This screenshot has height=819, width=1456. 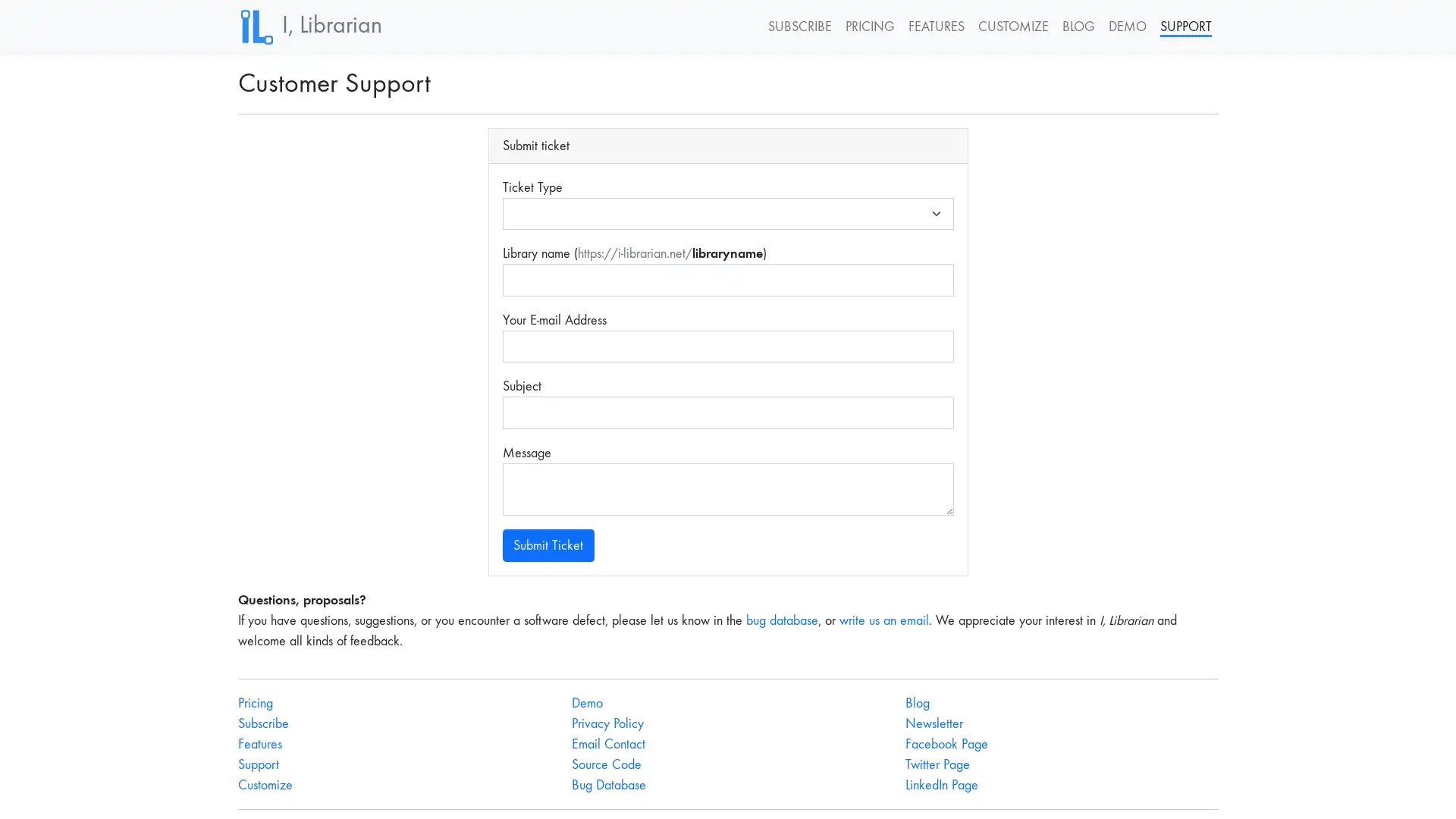 I want to click on Submit Ticket, so click(x=547, y=544).